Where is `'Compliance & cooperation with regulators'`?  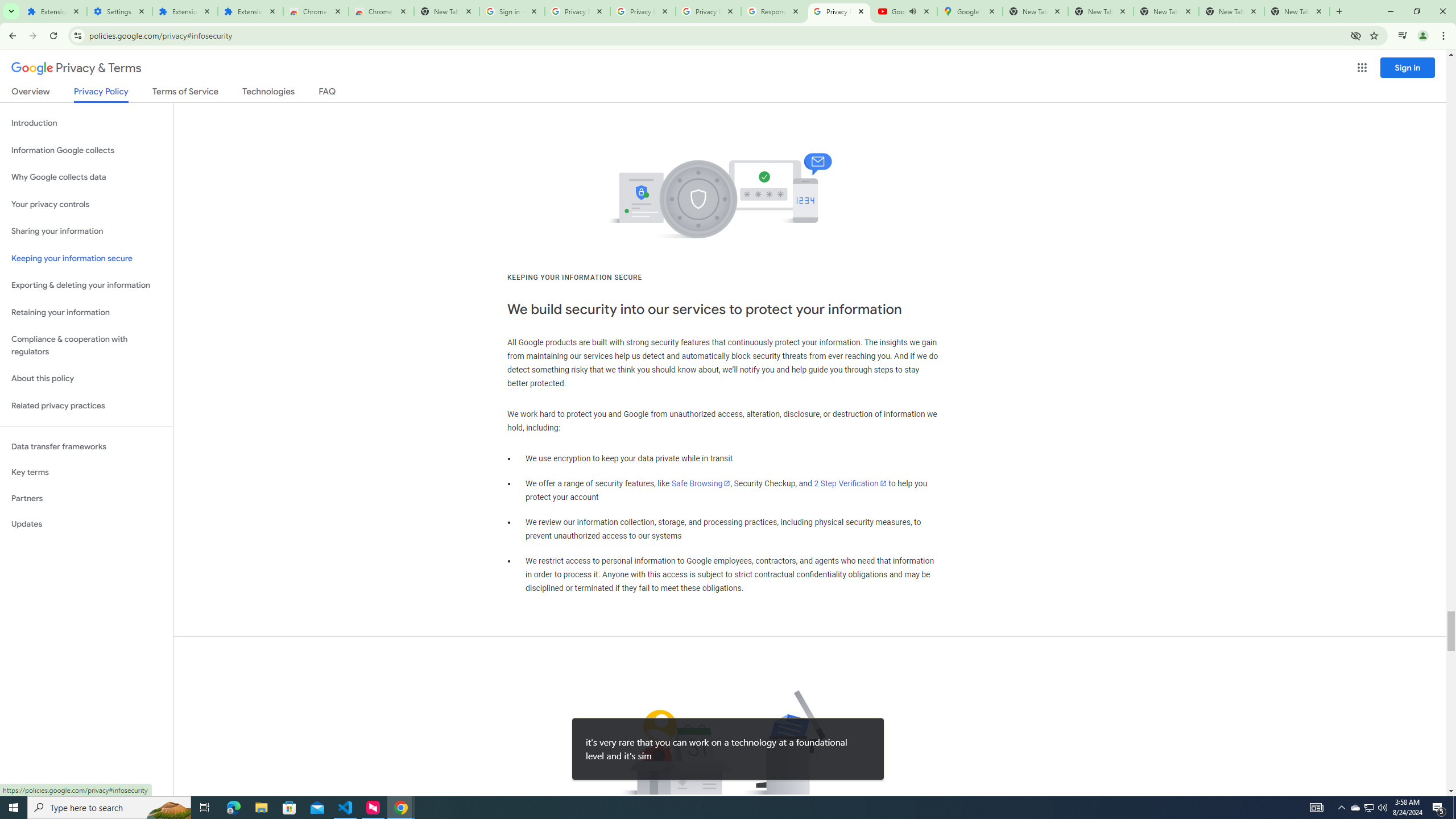 'Compliance & cooperation with regulators' is located at coordinates (86, 346).